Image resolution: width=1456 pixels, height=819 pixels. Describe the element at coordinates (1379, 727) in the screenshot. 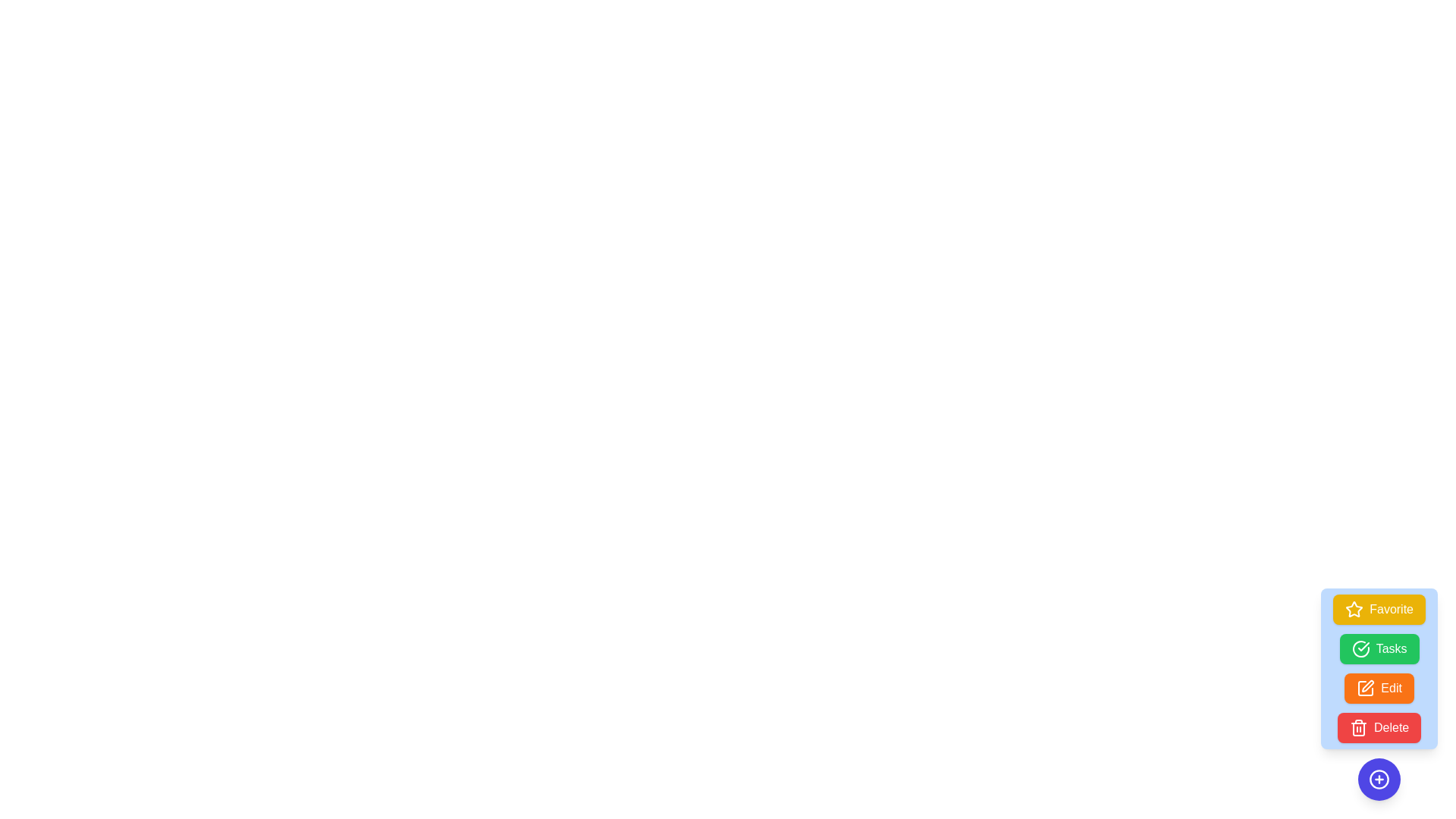

I see `the 'Delete' button, which is a rectangular button with a red background and white text, located at the bottom of the vertical stack on the right side of the interface` at that location.